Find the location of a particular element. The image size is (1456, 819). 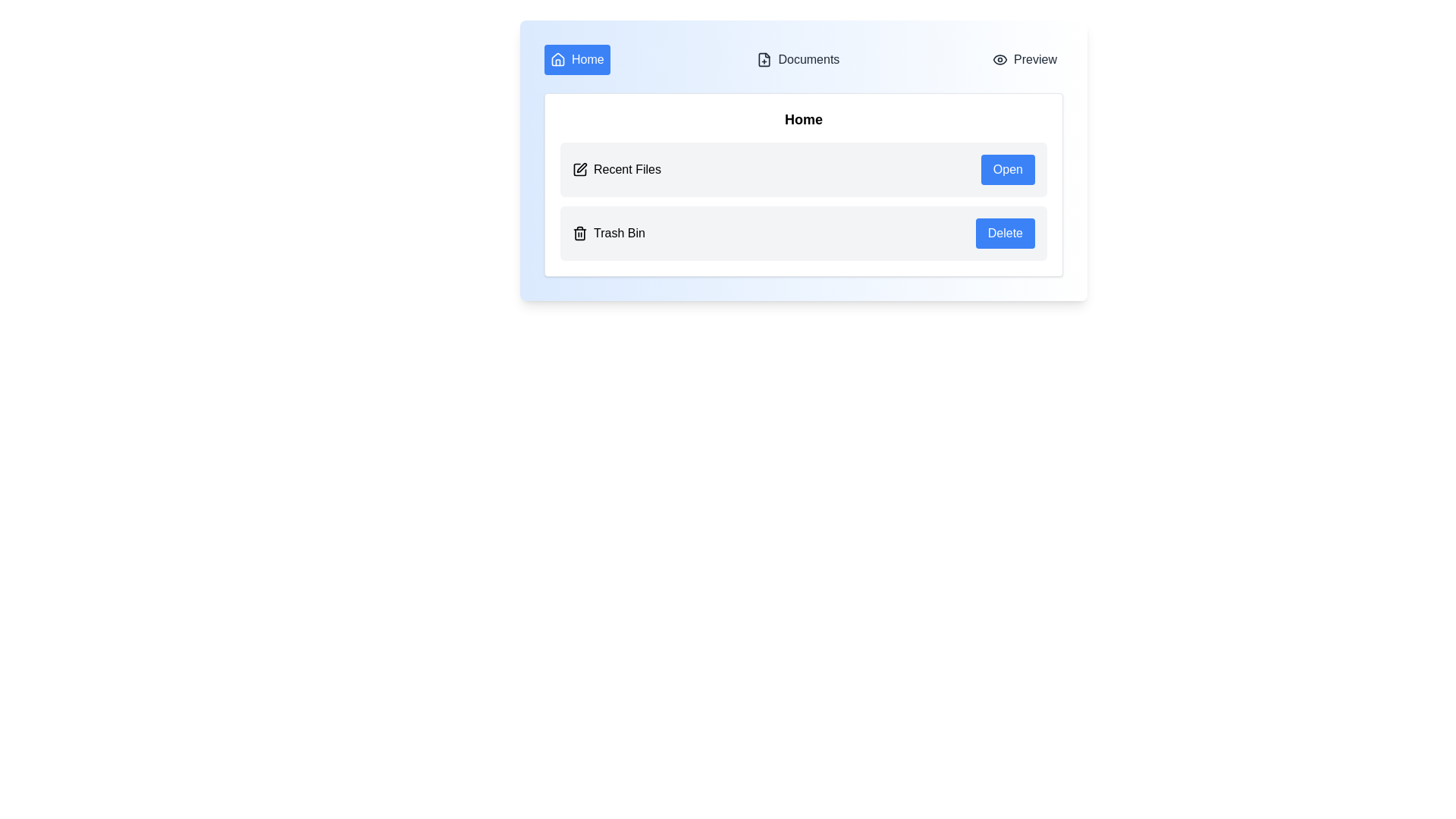

text label displaying 'Trash Bin' located in the second row of a list, positioned to the right of a trash icon is located at coordinates (619, 234).